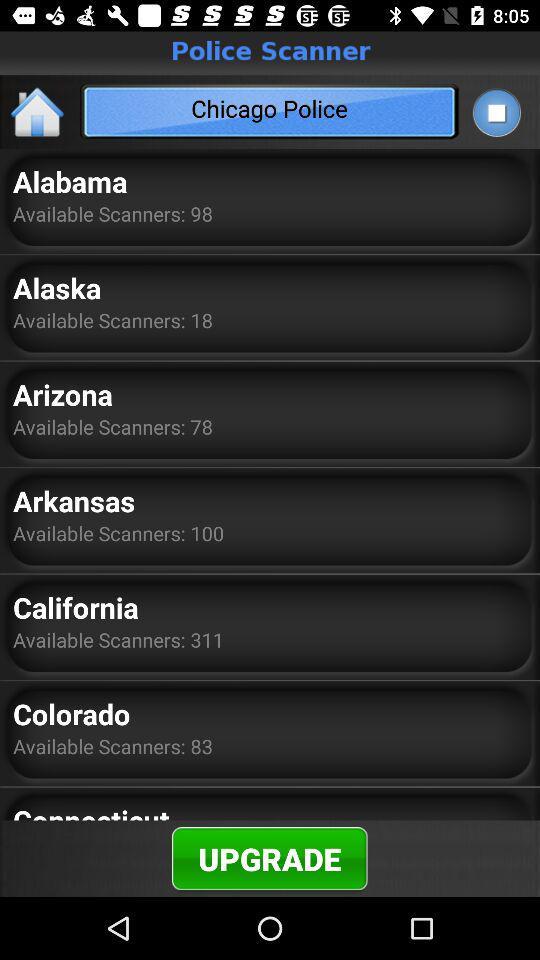 This screenshot has width=540, height=960. Describe the element at coordinates (38, 111) in the screenshot. I see `home screen` at that location.